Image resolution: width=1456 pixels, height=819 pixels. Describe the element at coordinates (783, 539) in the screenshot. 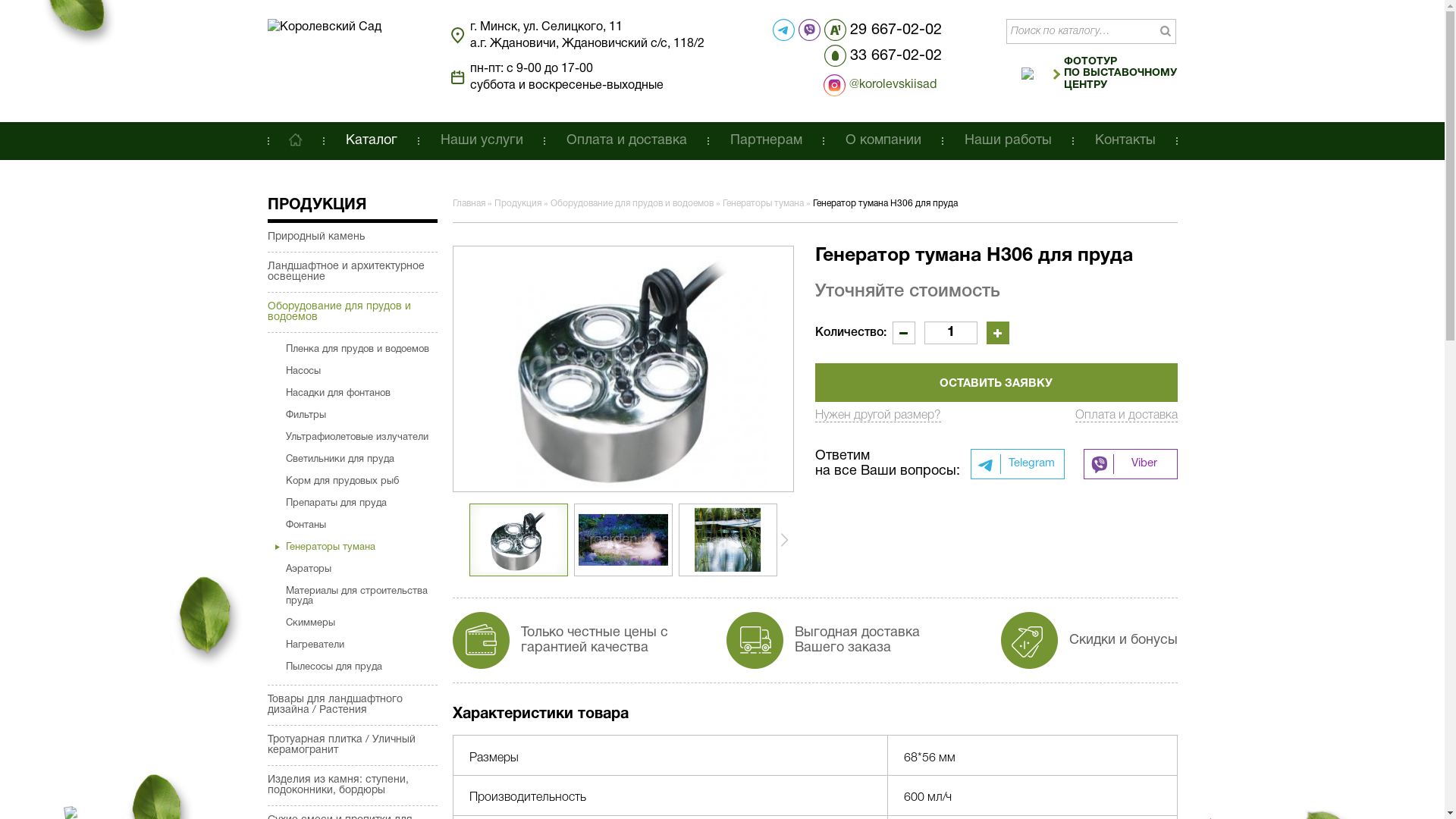

I see `'Next'` at that location.